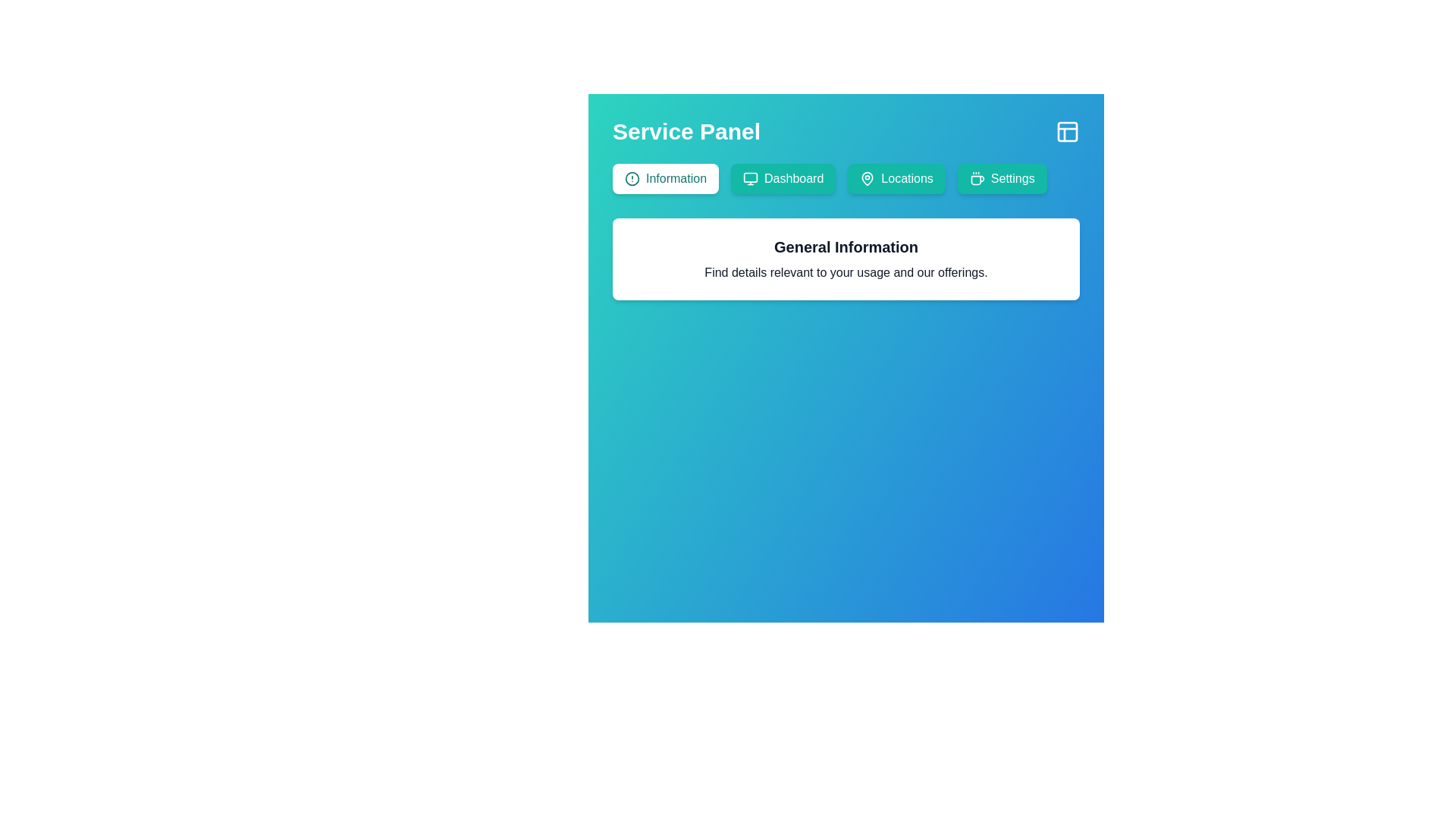  I want to click on Header Text element located at the top of the white rectangular section below the 'Service Panel' heading, which summarizes the content or purpose of the section, so click(846, 246).